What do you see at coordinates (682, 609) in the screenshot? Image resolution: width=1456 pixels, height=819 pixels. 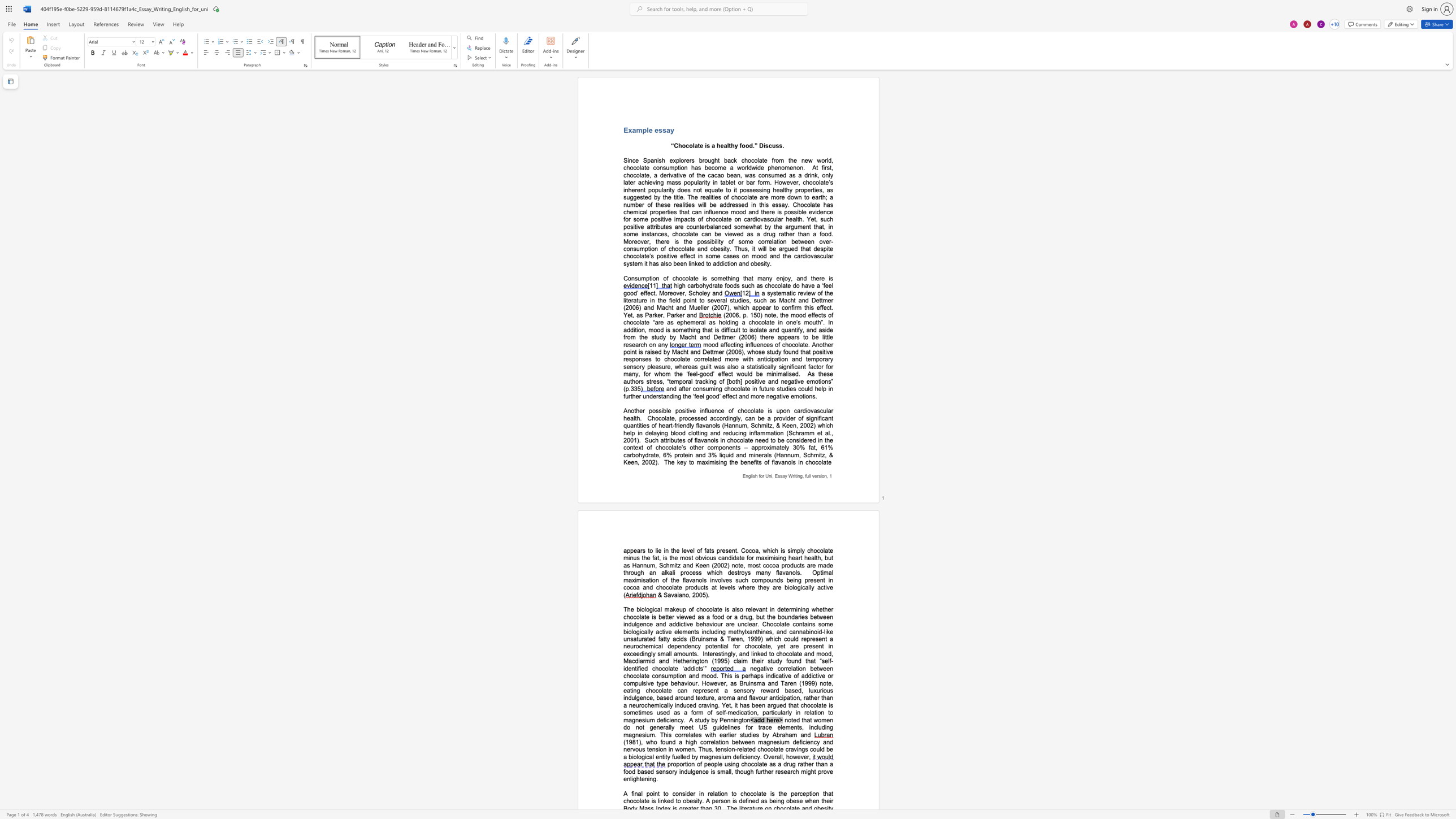 I see `the space between the continuous character "u" and "p" in the text` at bounding box center [682, 609].